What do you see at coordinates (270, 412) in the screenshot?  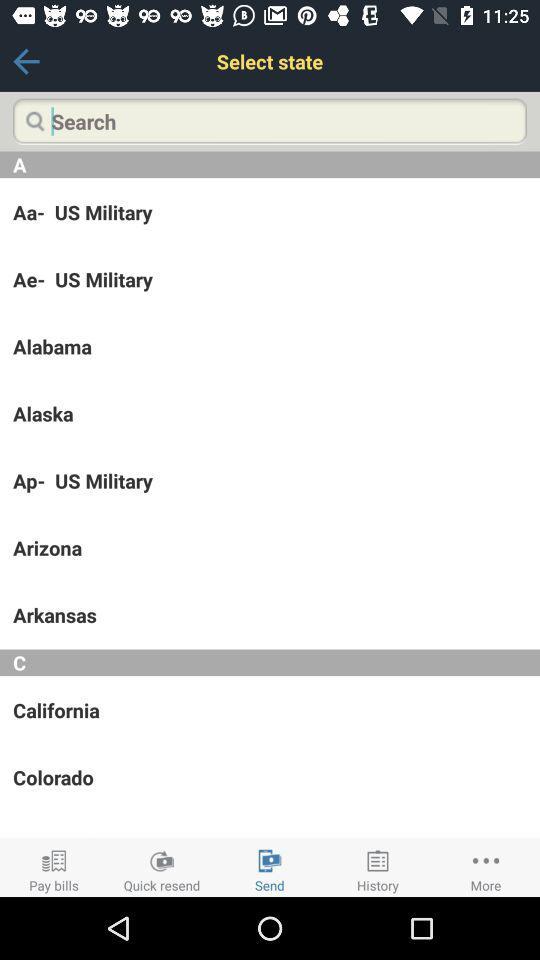 I see `app below alabama` at bounding box center [270, 412].